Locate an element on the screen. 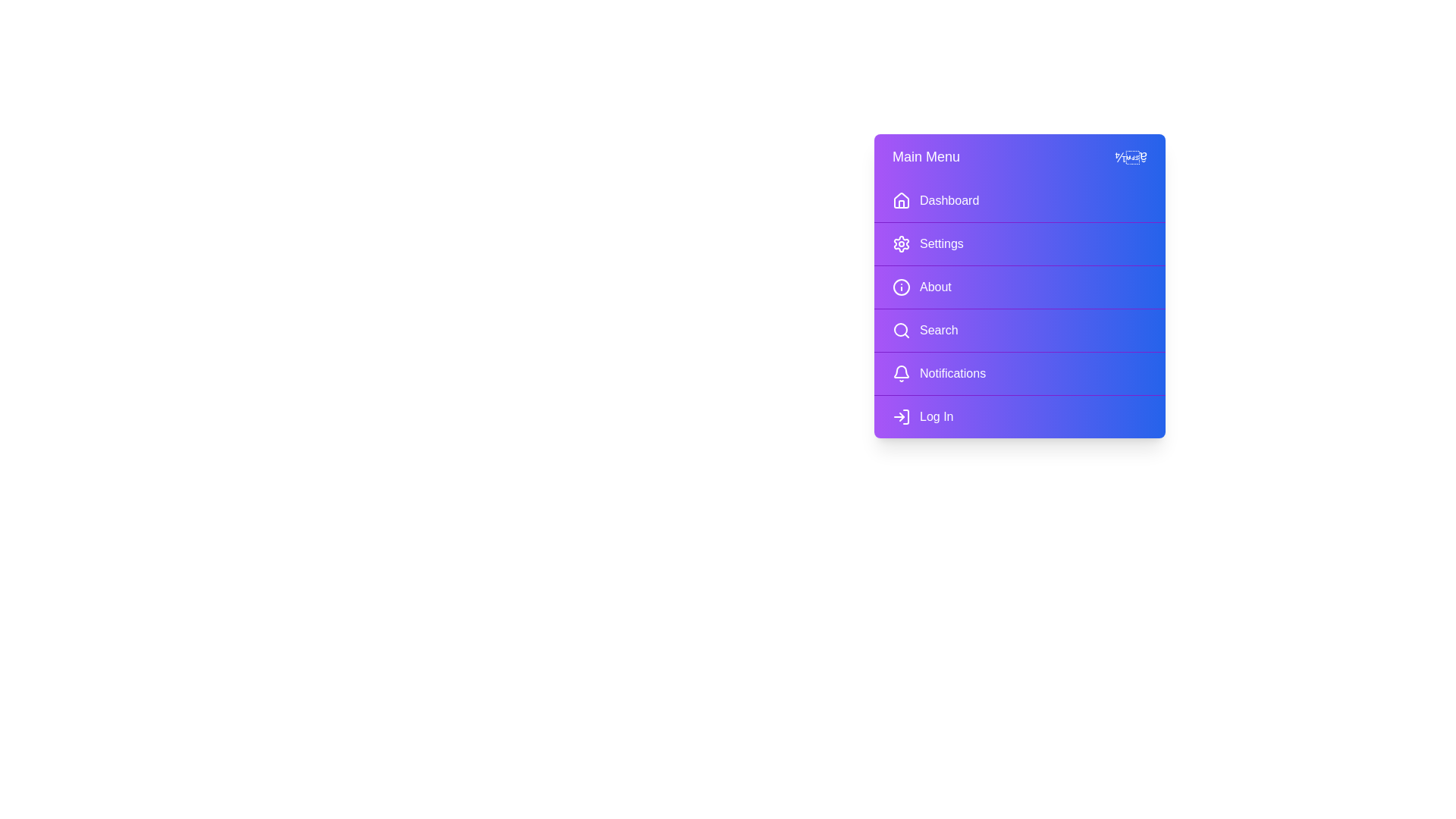 The height and width of the screenshot is (819, 1456). the menu item Notifications to navigate is located at coordinates (1019, 373).